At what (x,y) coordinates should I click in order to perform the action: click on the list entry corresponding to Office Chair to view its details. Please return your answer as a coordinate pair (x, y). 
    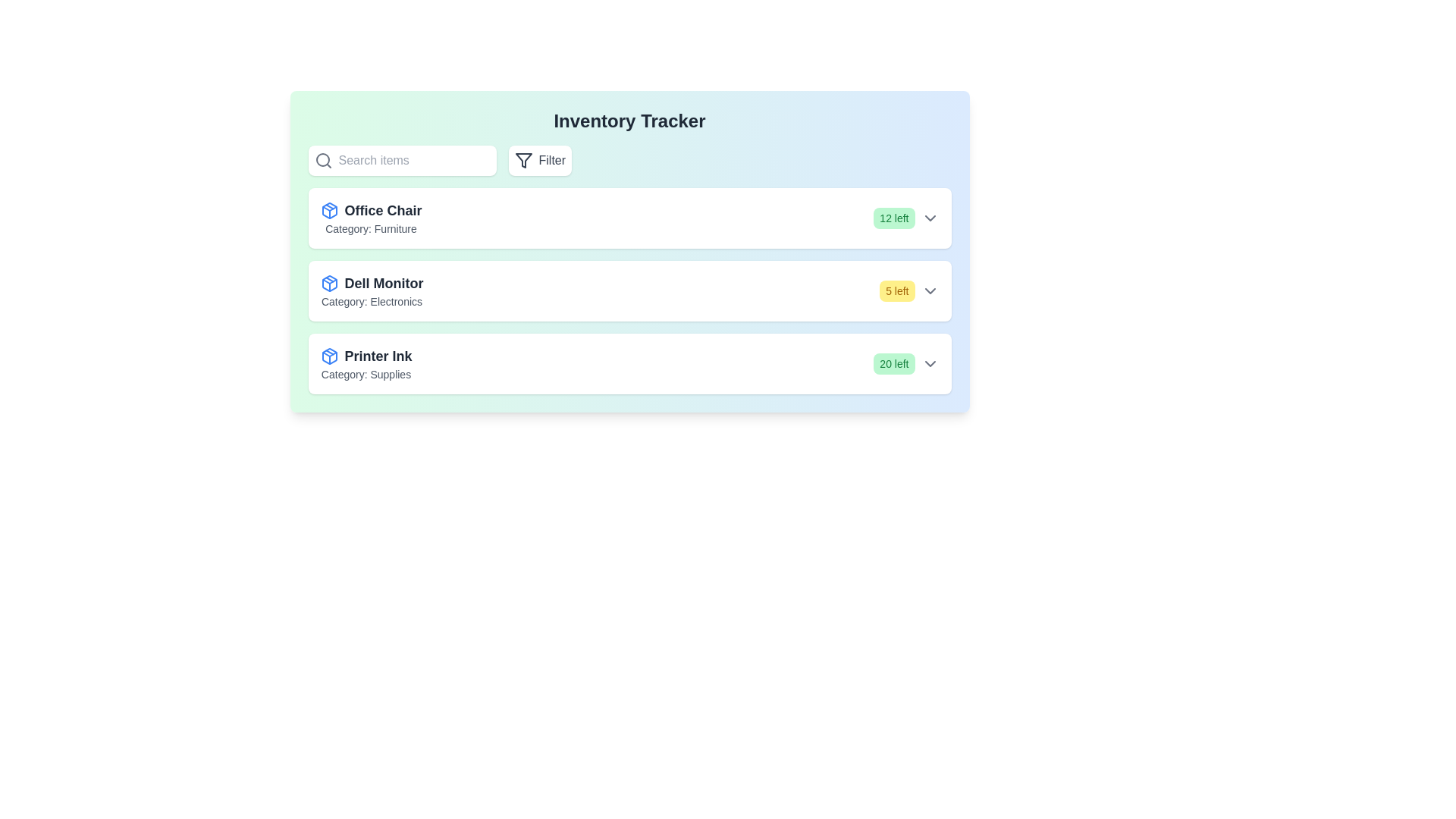
    Looking at the image, I should click on (629, 218).